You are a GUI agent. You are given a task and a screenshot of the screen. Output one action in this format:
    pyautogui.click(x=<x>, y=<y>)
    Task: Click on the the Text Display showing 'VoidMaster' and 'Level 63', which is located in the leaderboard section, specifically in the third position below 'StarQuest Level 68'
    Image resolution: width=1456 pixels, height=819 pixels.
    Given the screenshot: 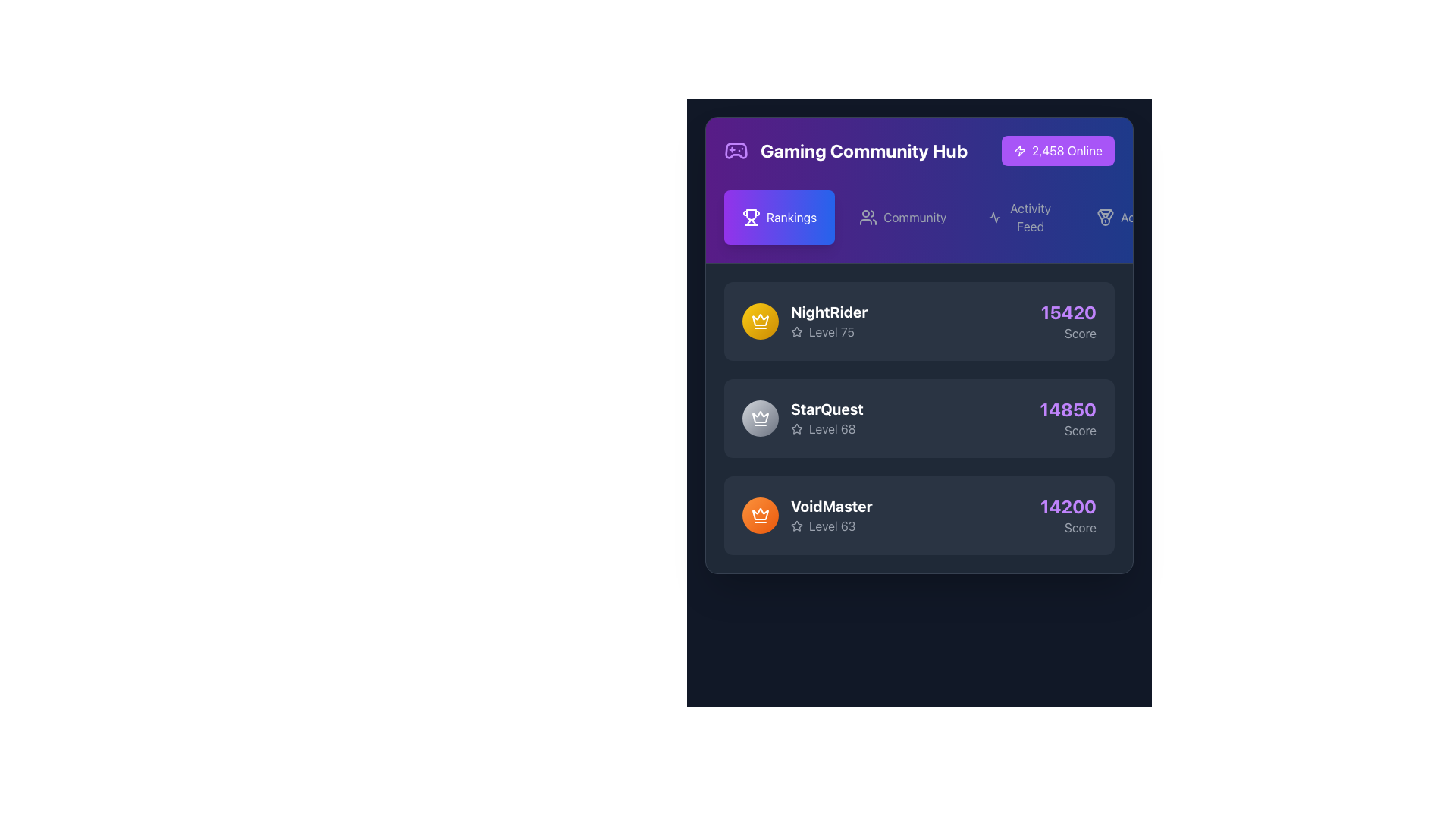 What is the action you would take?
    pyautogui.click(x=830, y=514)
    